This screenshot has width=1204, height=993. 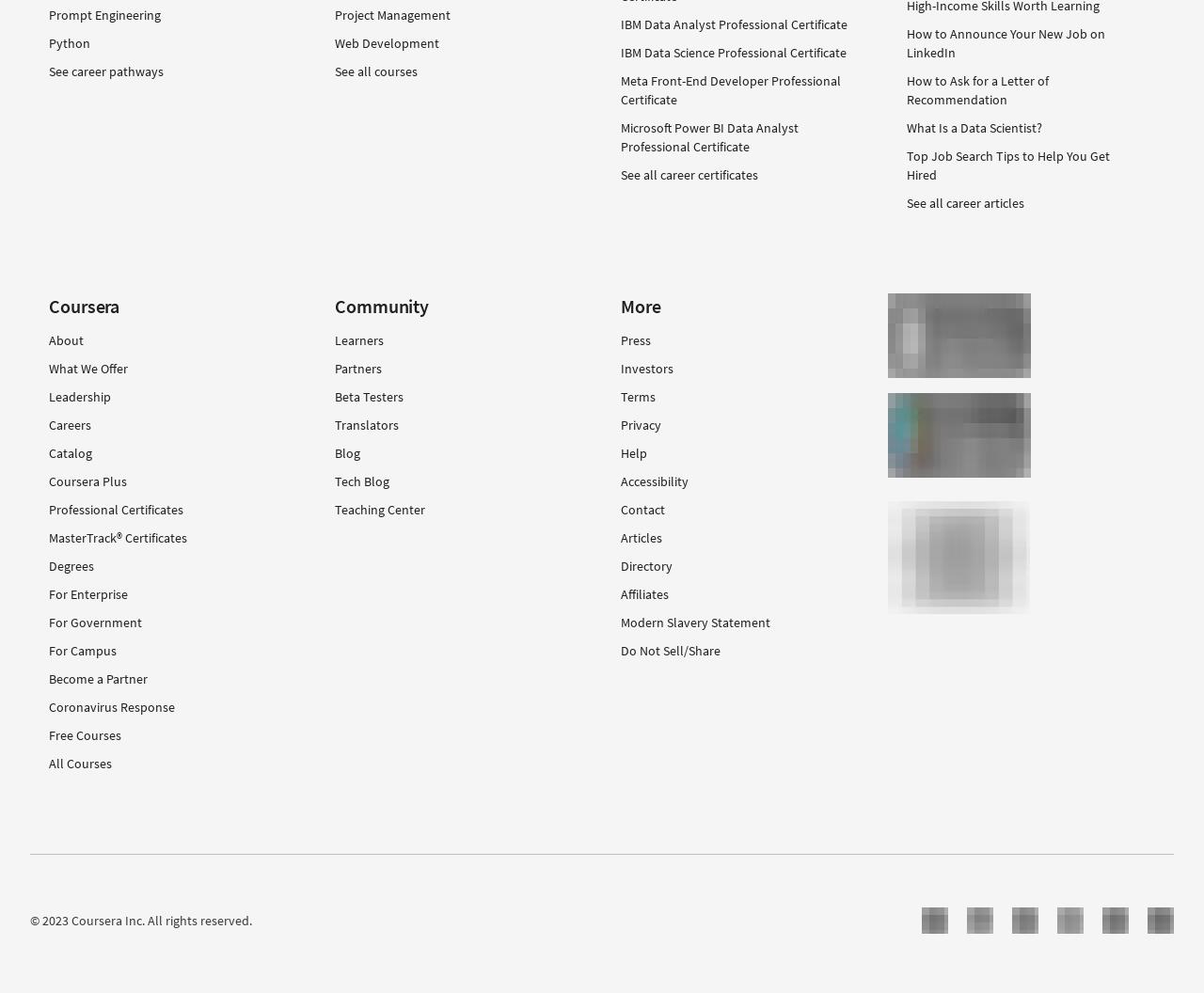 What do you see at coordinates (82, 650) in the screenshot?
I see `'For Campus'` at bounding box center [82, 650].